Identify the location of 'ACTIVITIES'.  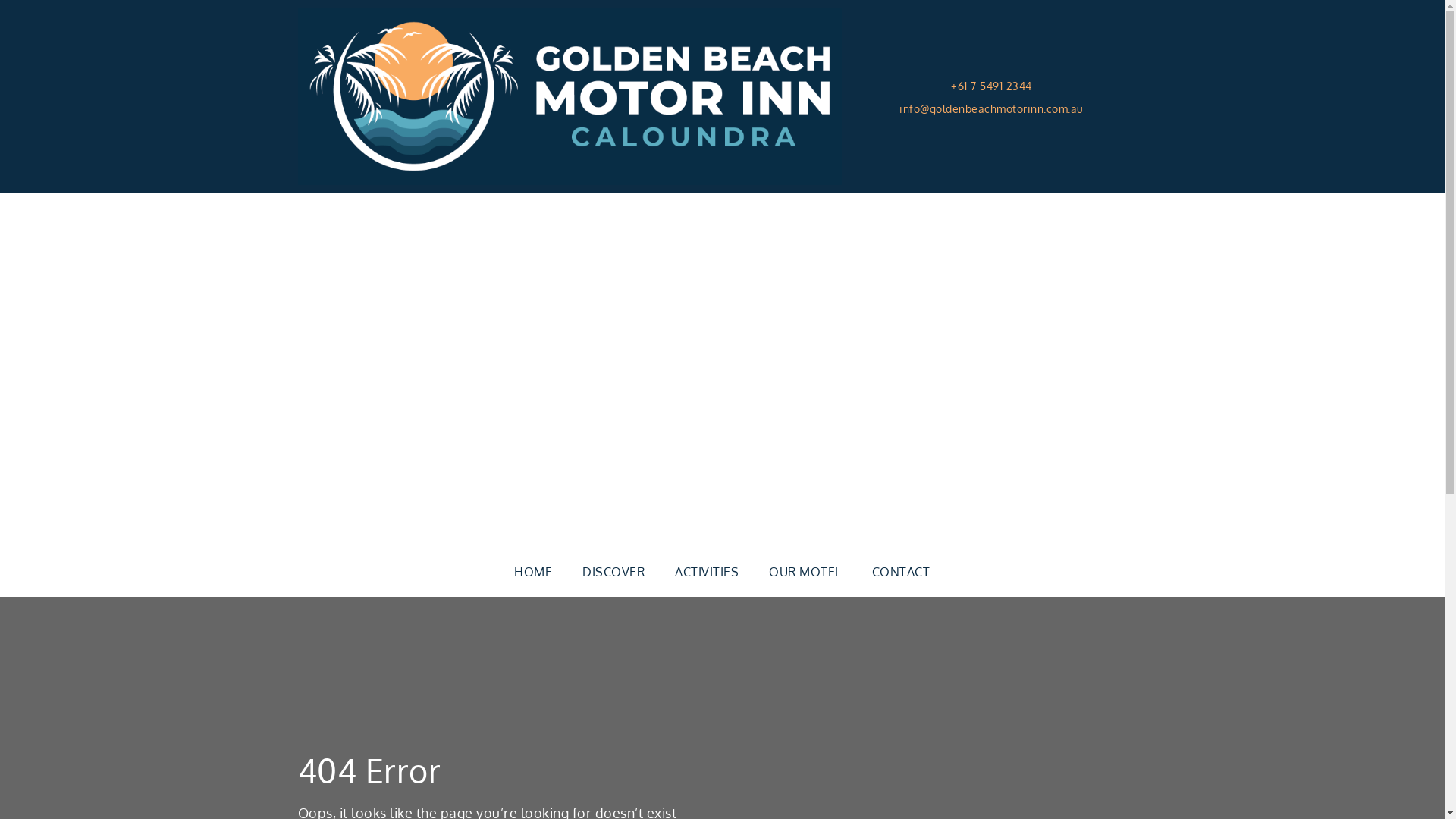
(659, 571).